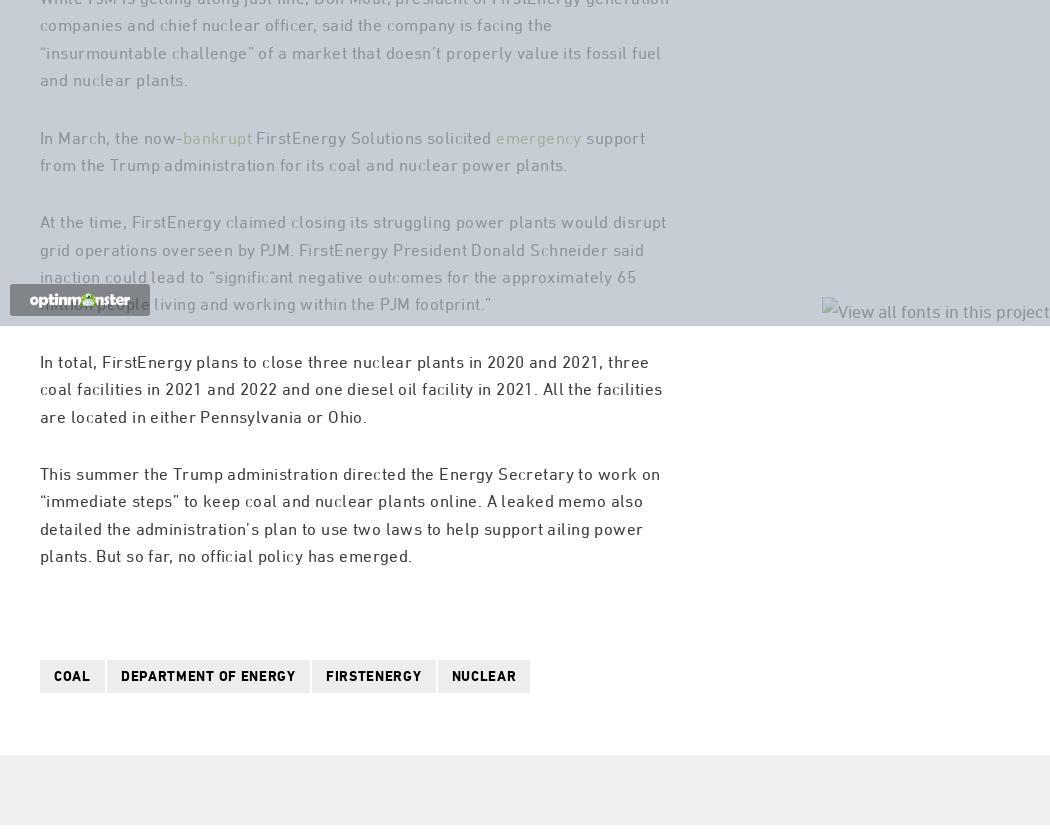  I want to click on 'emergency', so click(538, 217).